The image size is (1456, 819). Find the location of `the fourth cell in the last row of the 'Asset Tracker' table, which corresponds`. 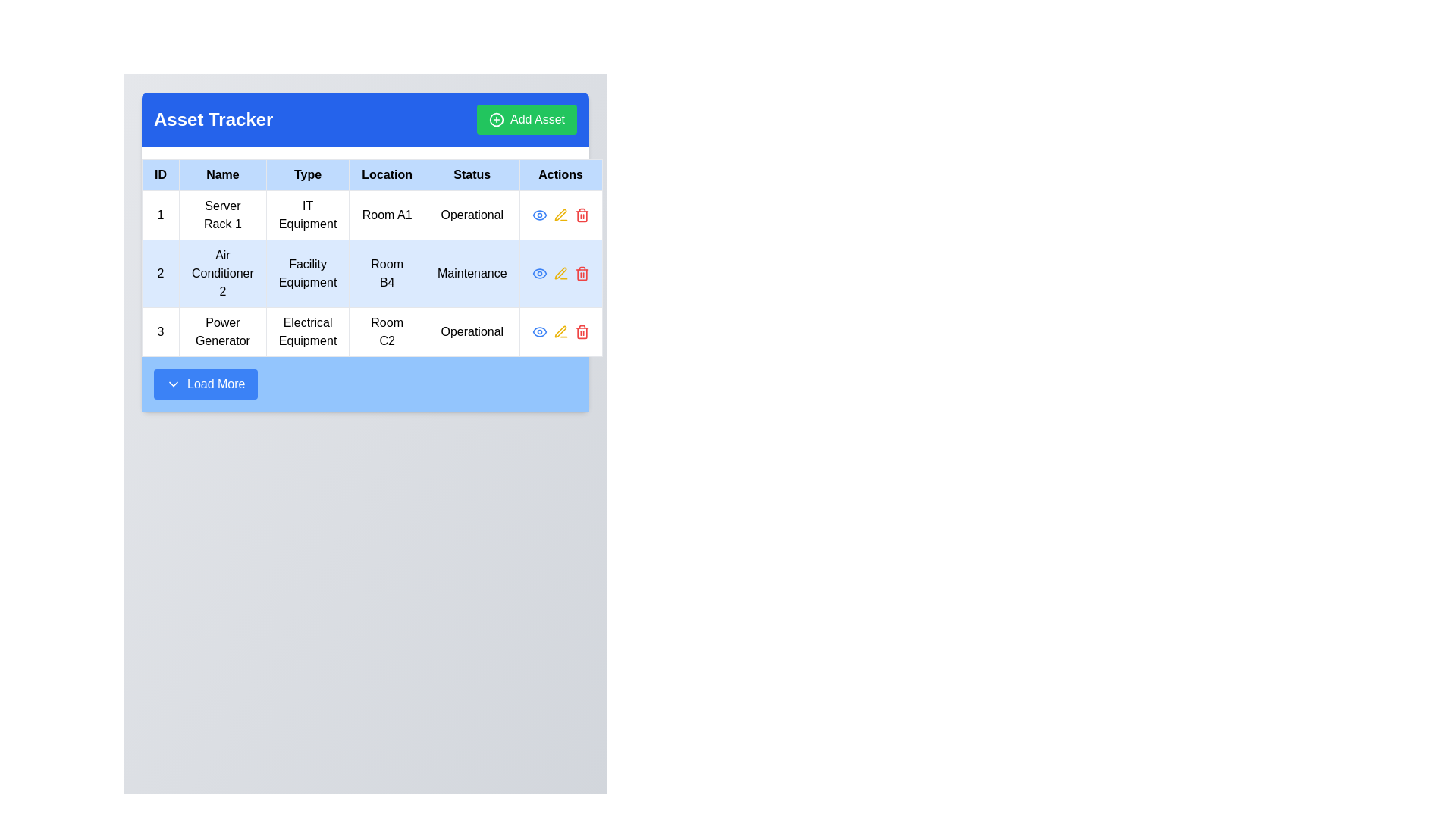

the fourth cell in the last row of the 'Asset Tracker' table, which corresponds is located at coordinates (387, 331).